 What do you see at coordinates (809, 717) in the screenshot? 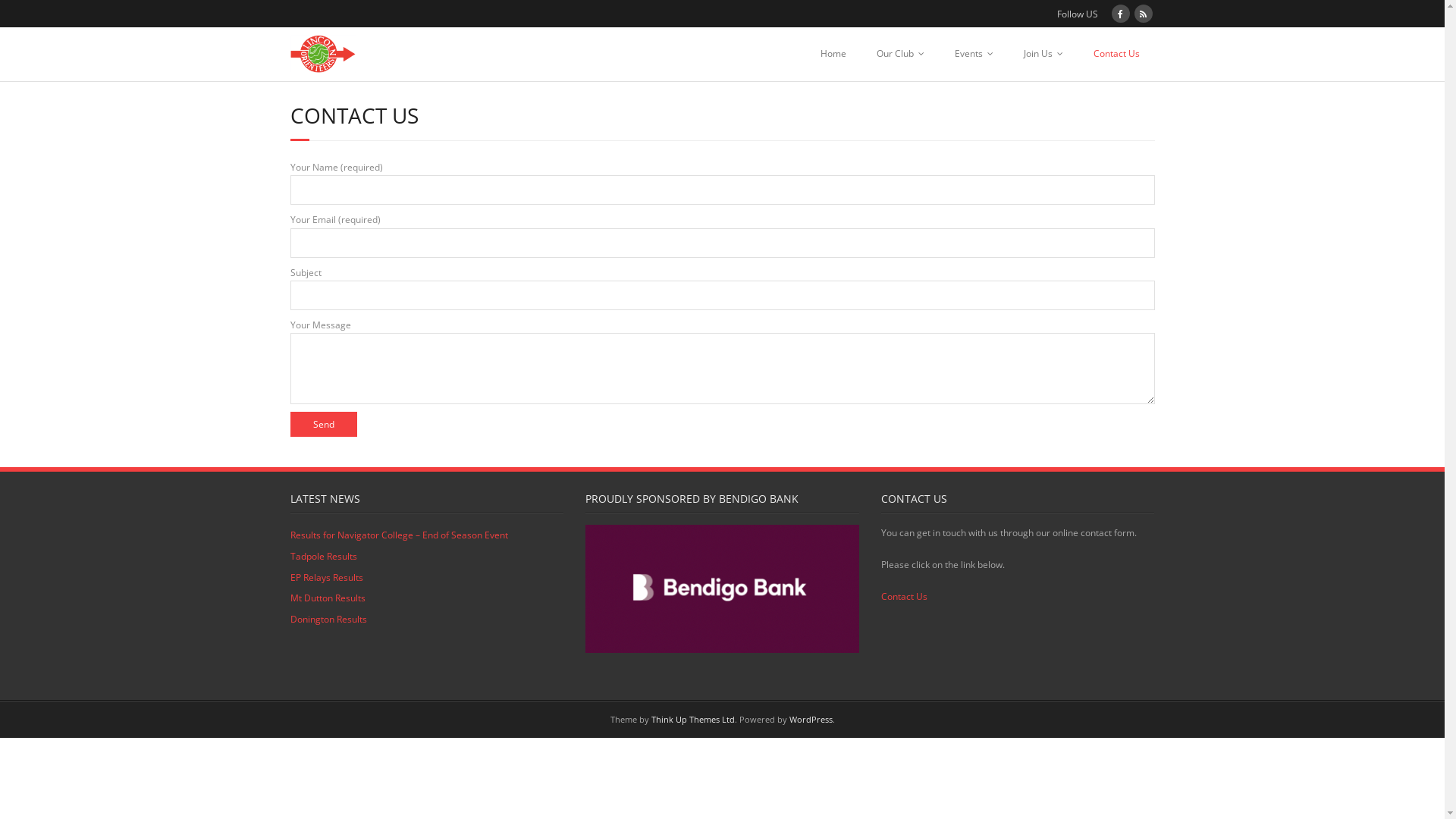
I see `'WordPress'` at bounding box center [809, 717].